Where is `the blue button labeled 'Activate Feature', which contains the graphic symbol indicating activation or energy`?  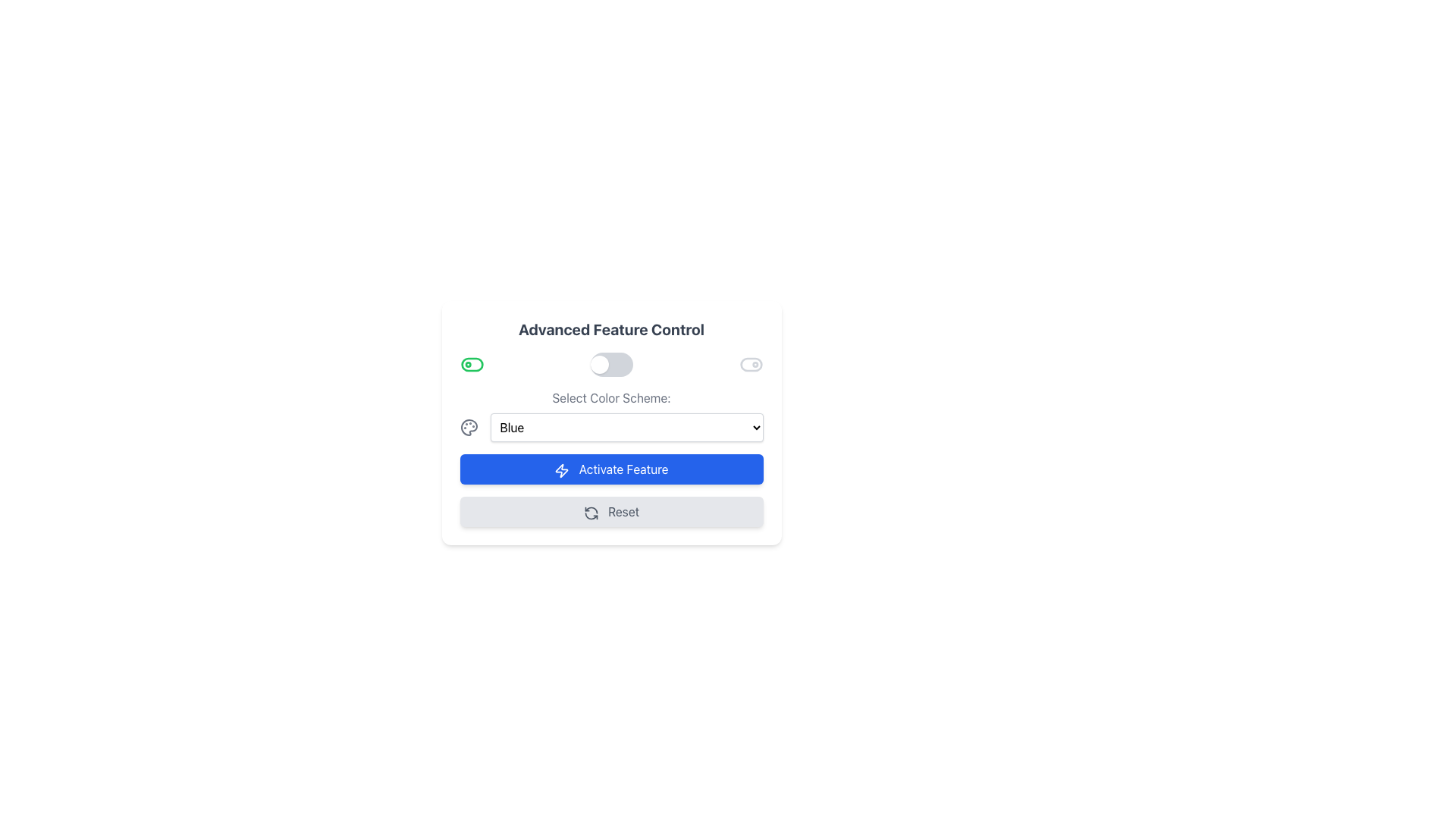 the blue button labeled 'Activate Feature', which contains the graphic symbol indicating activation or energy is located at coordinates (561, 469).